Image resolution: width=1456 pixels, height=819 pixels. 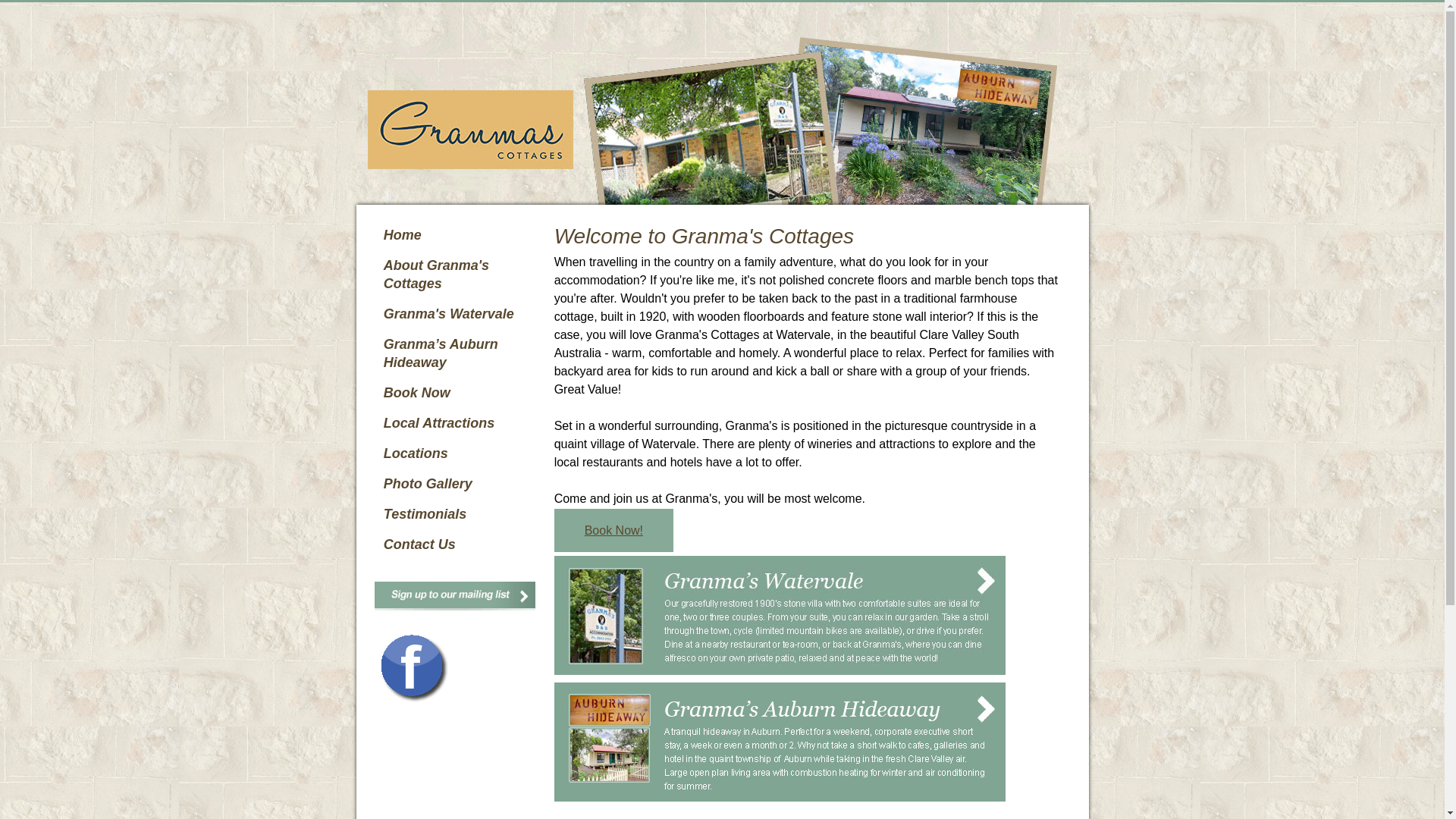 I want to click on 'Book Now', so click(x=457, y=391).